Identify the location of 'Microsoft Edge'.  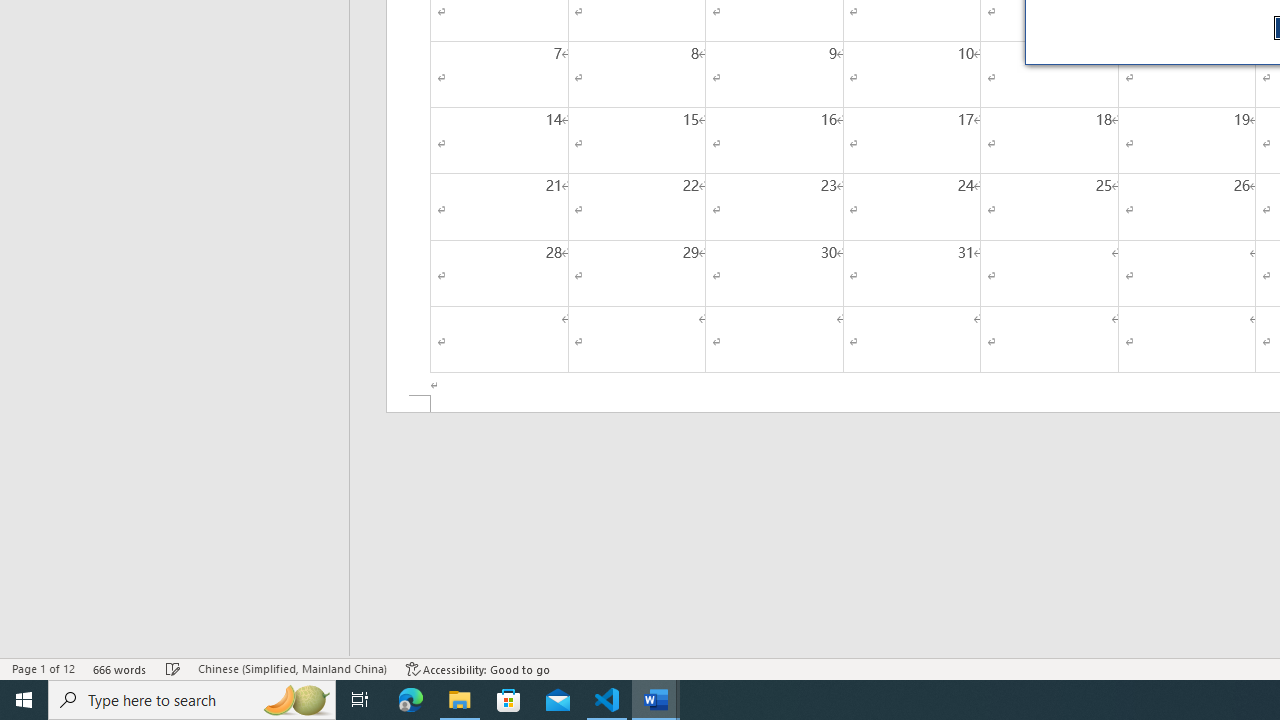
(410, 698).